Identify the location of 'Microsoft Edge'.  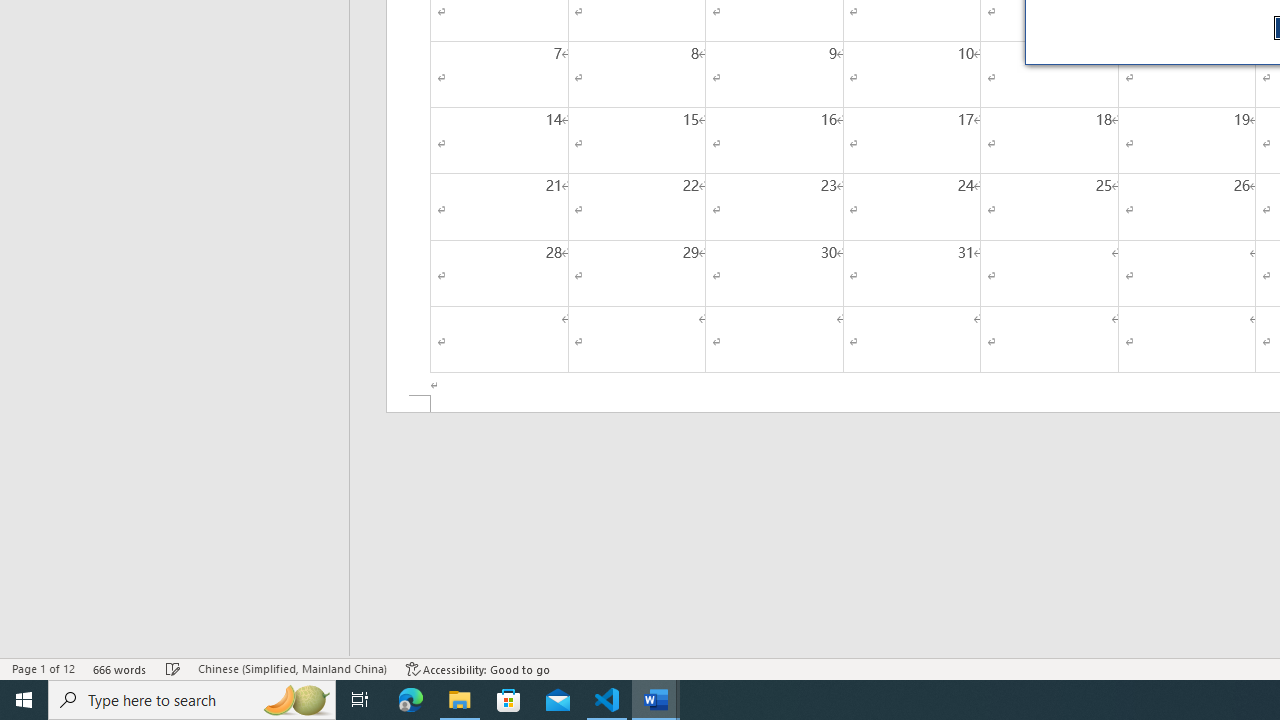
(410, 698).